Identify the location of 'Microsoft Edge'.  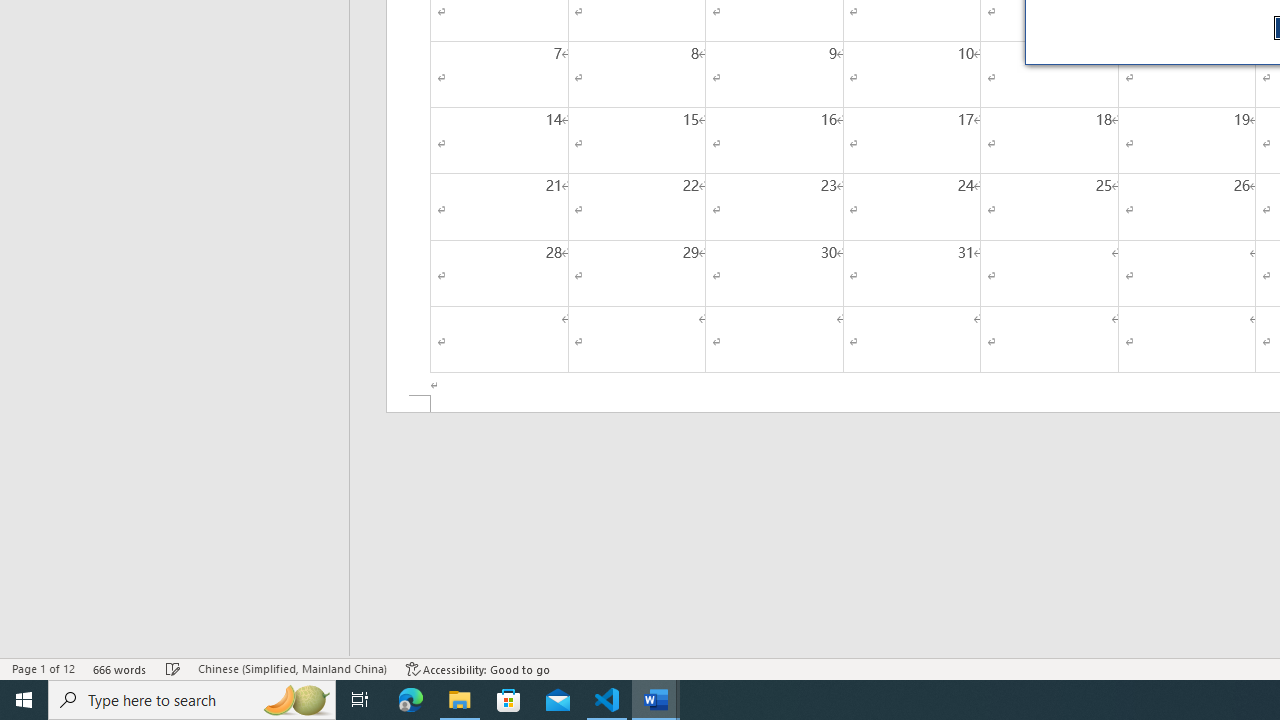
(410, 698).